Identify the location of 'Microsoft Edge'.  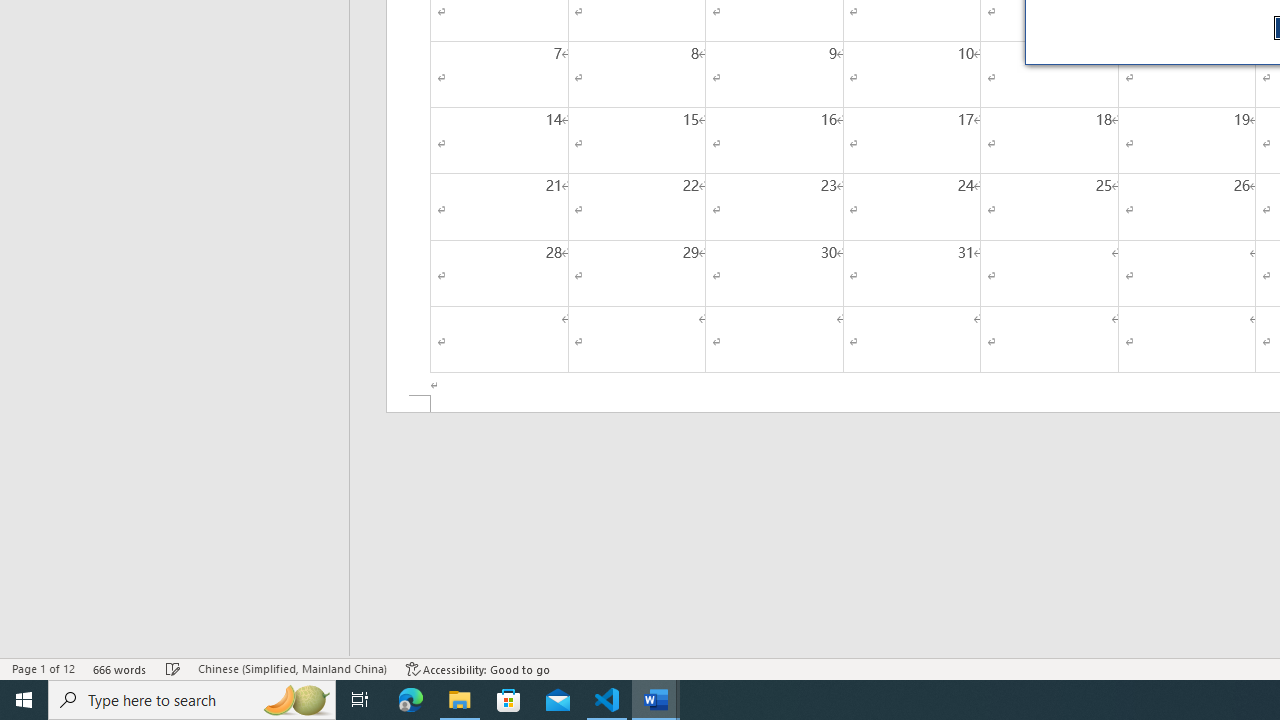
(410, 698).